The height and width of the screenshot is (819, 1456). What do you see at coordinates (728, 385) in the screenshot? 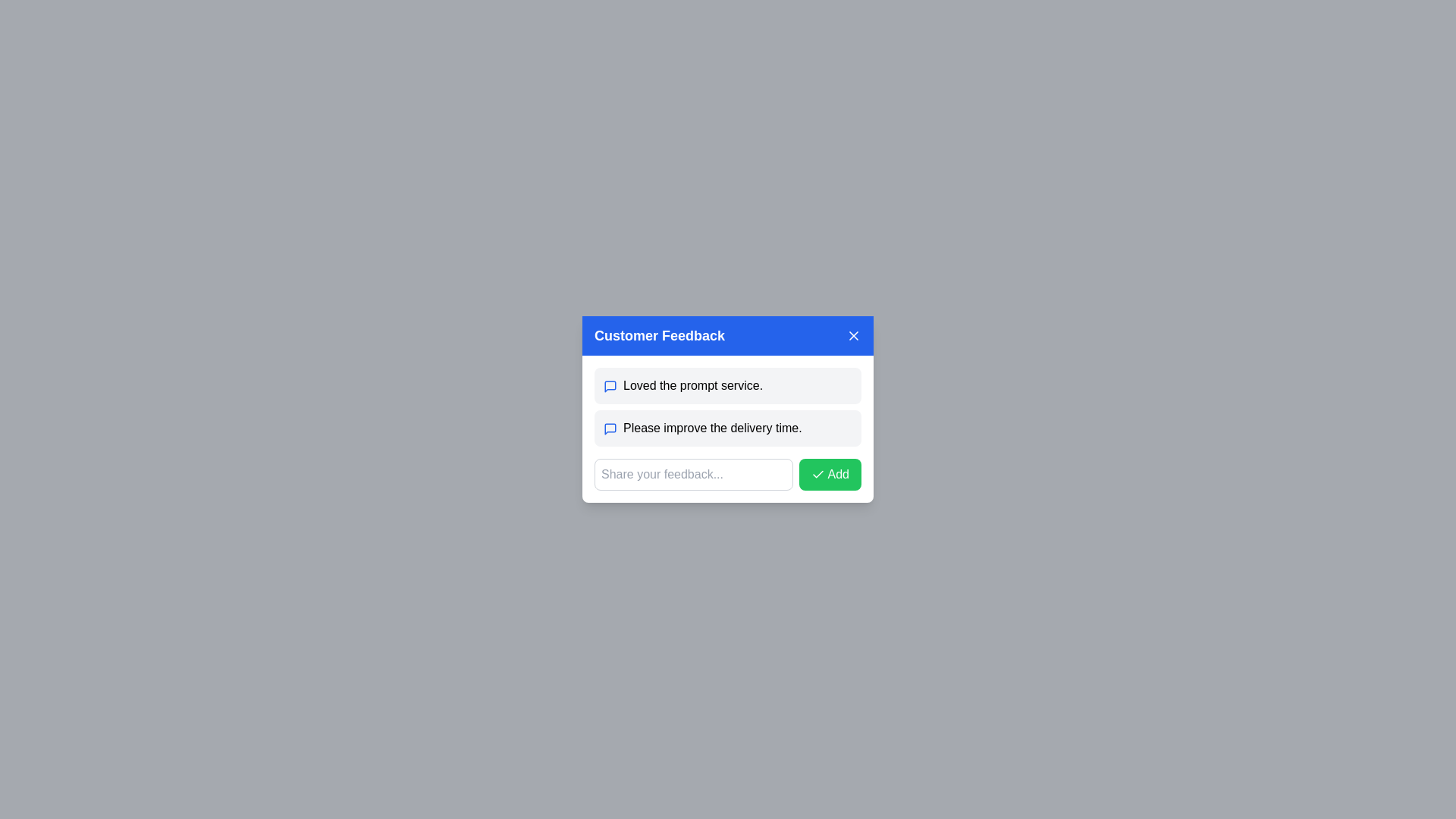
I see `text content of the first feedback message bubble containing 'Loved the prompt service.' positioned below 'Customer Feedback'` at bounding box center [728, 385].